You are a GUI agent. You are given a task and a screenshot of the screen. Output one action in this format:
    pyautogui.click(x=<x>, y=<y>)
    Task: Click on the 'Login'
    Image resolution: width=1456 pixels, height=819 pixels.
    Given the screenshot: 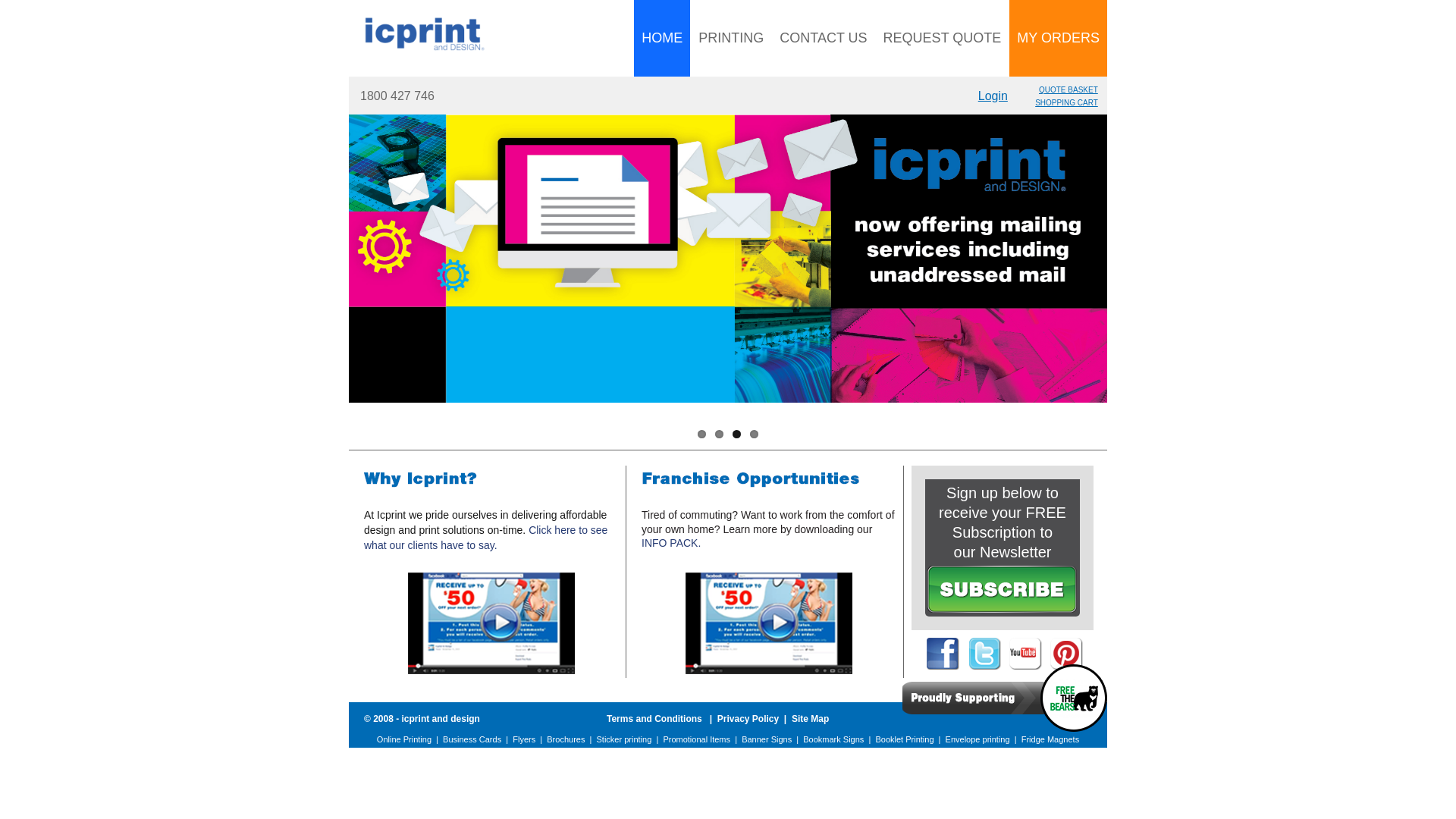 What is the action you would take?
    pyautogui.click(x=993, y=96)
    